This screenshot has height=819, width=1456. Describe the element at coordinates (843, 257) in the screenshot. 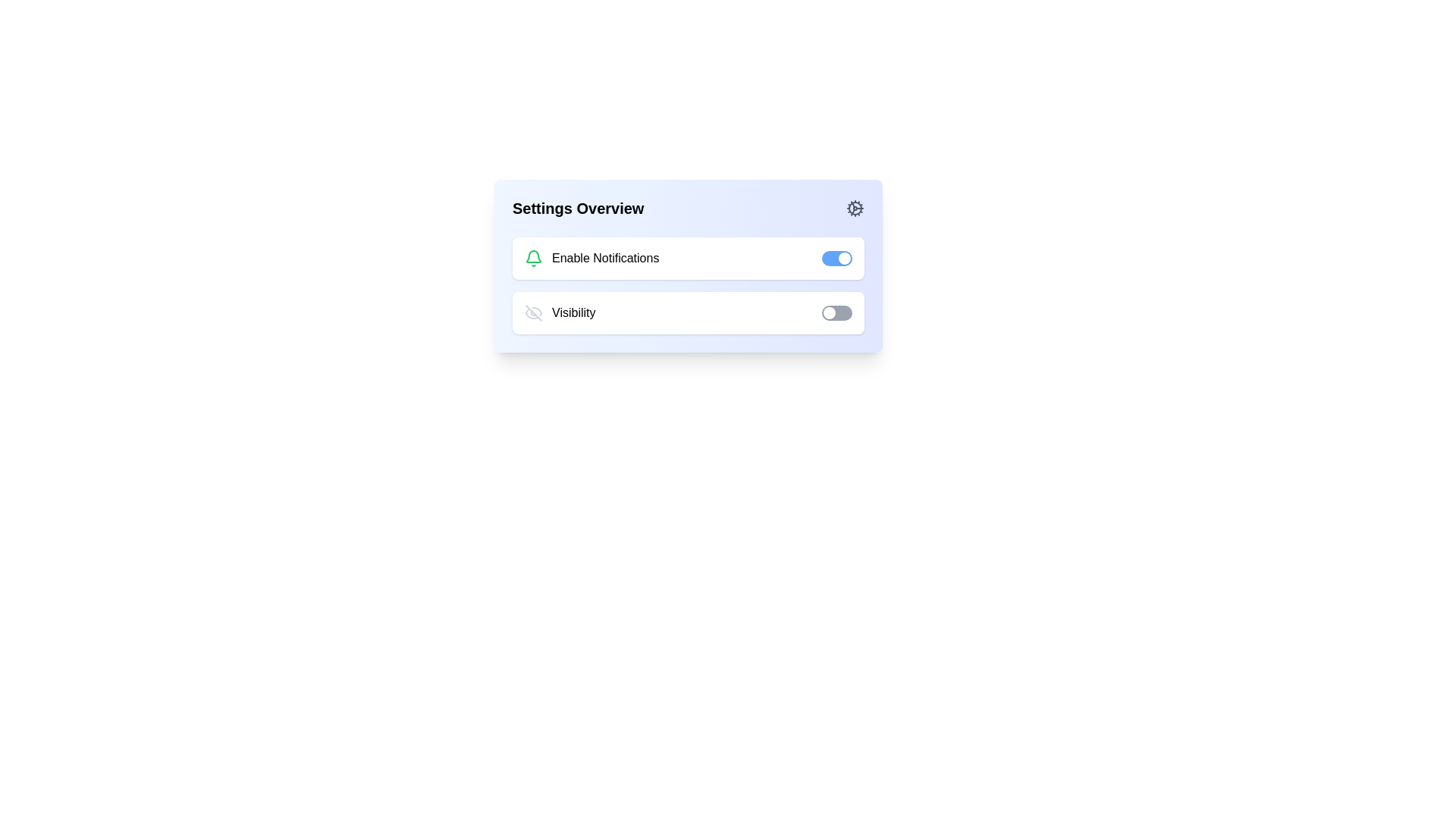

I see `the toggle handle of the switch located at the right end of the toggle switch for 'Enable Notifications' in the 'Settings Overview' section` at that location.